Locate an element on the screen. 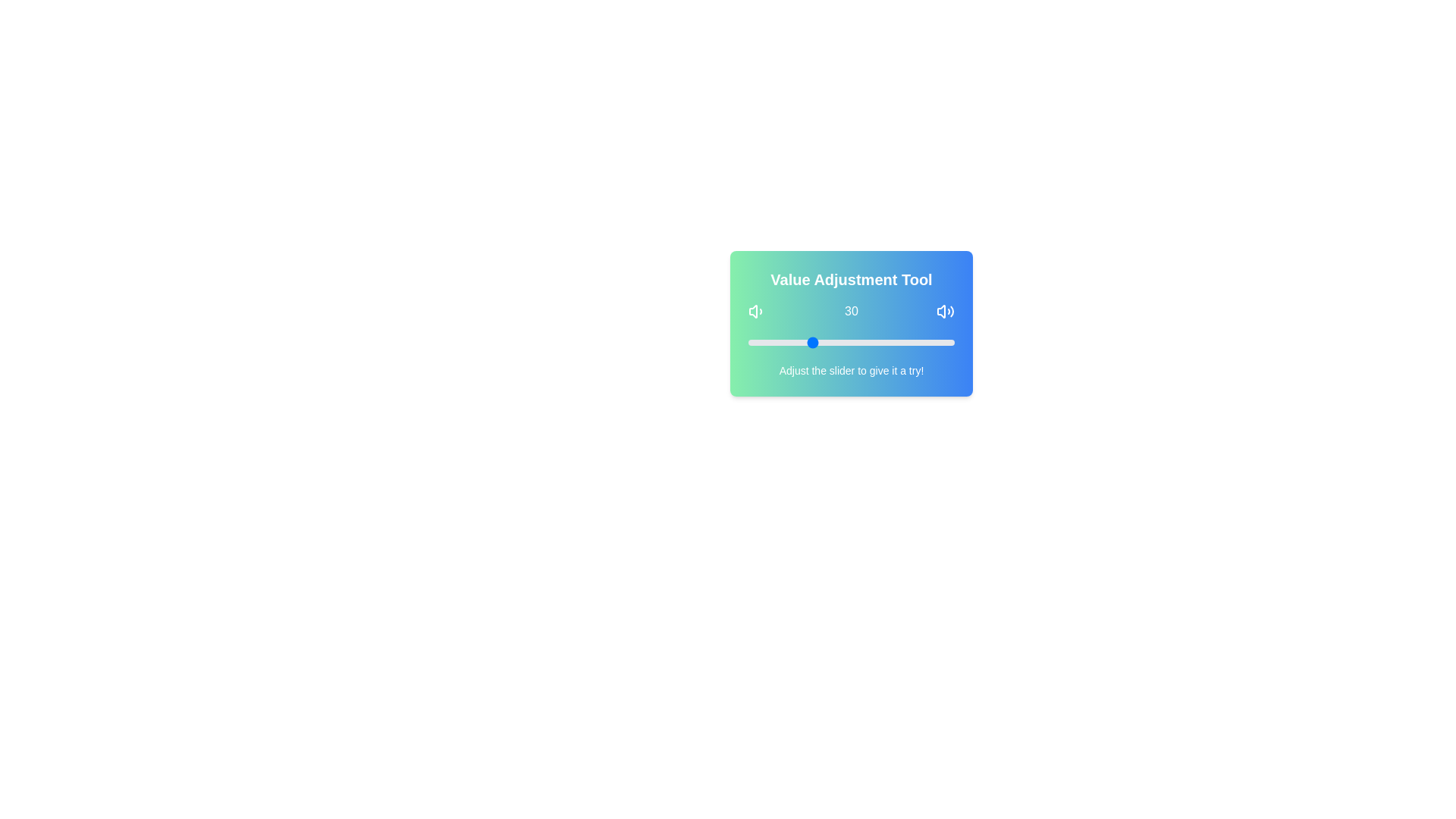 The image size is (1456, 819). the slider is located at coordinates (923, 342).